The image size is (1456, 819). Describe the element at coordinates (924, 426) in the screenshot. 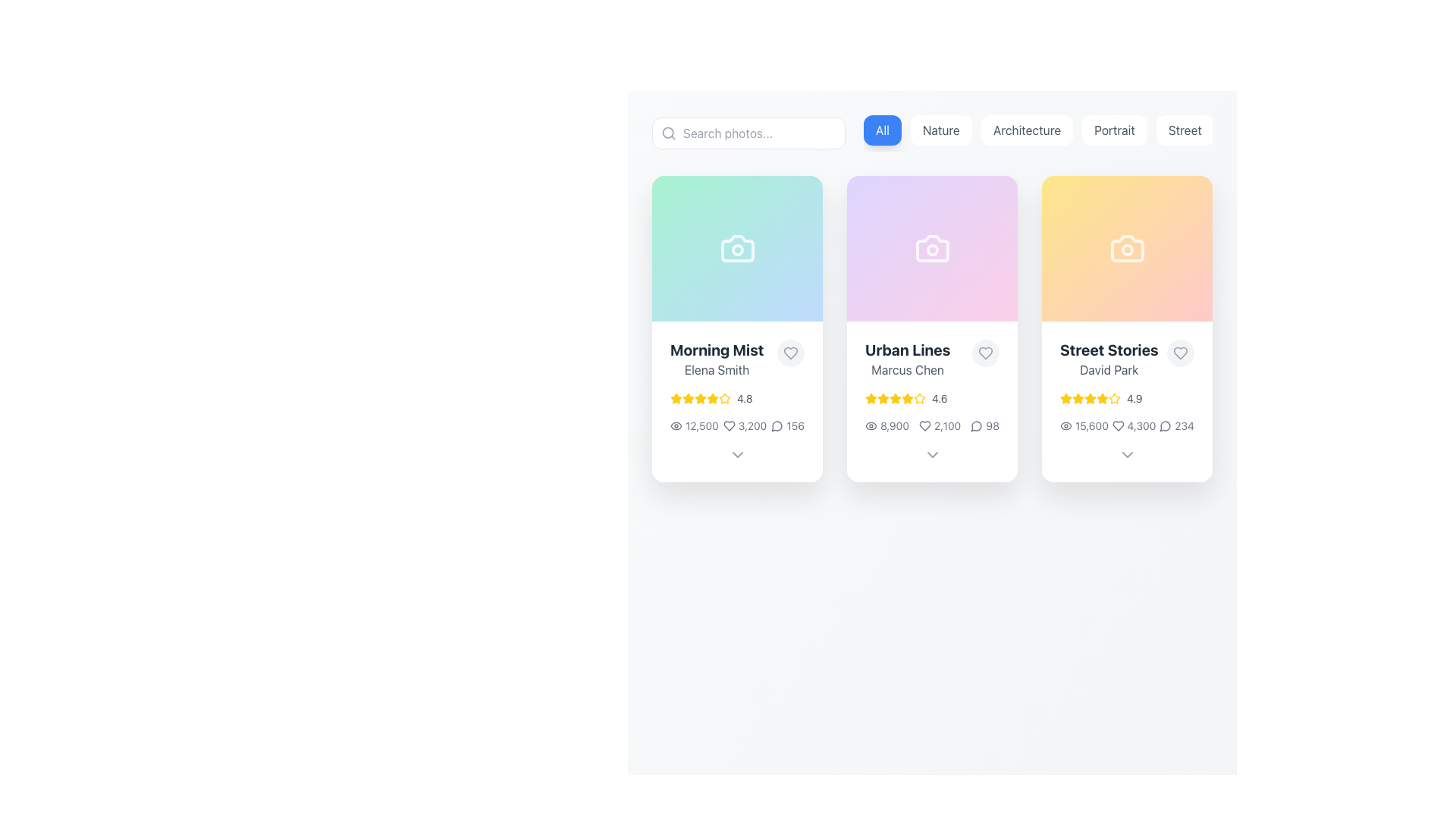

I see `the heart-shaped icon indicating likes or favorites, located next to the numerical count '2,100' within the 'Urban Lines' card` at that location.